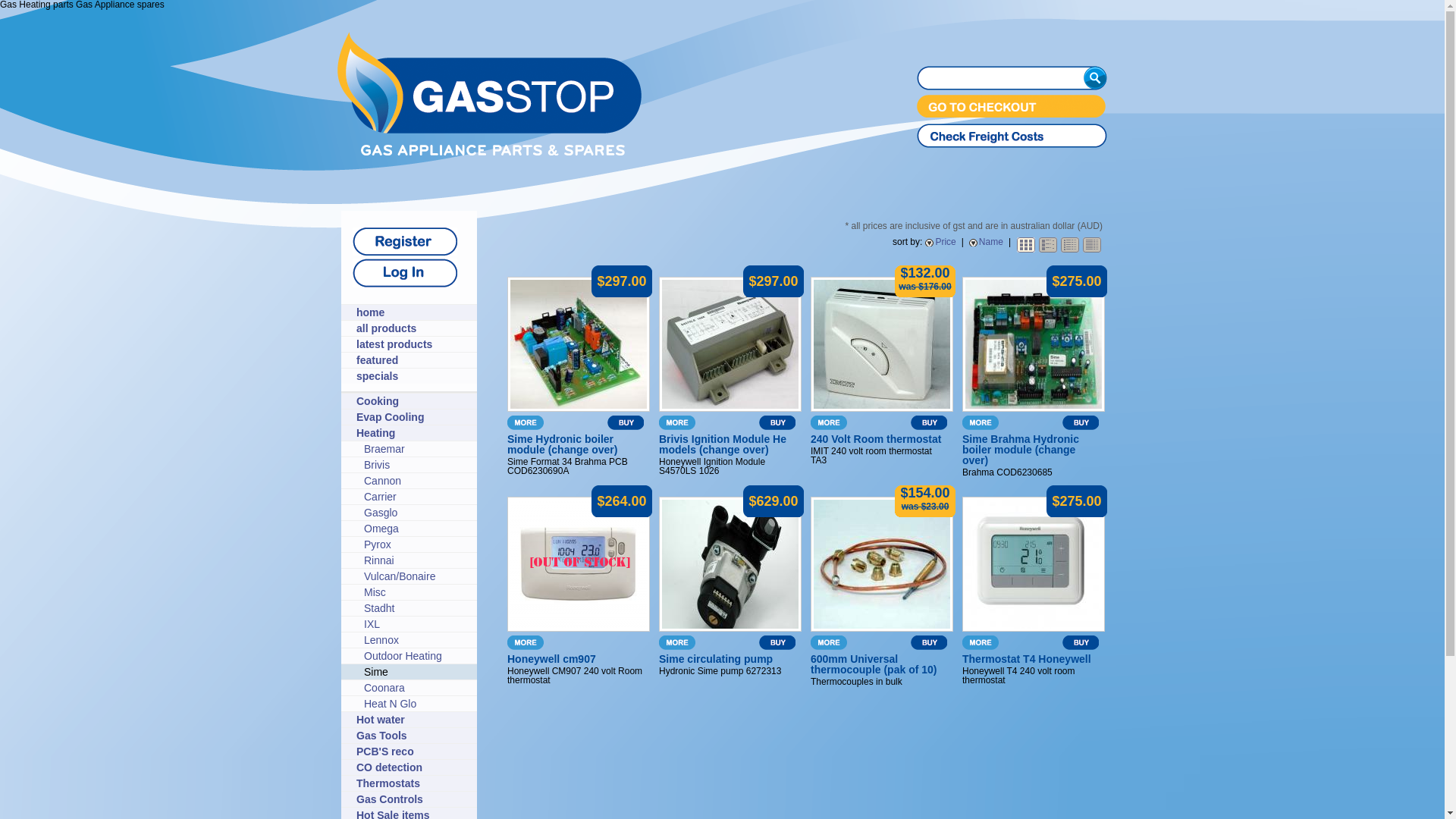 Image resolution: width=1456 pixels, height=819 pixels. What do you see at coordinates (413, 312) in the screenshot?
I see `'home'` at bounding box center [413, 312].